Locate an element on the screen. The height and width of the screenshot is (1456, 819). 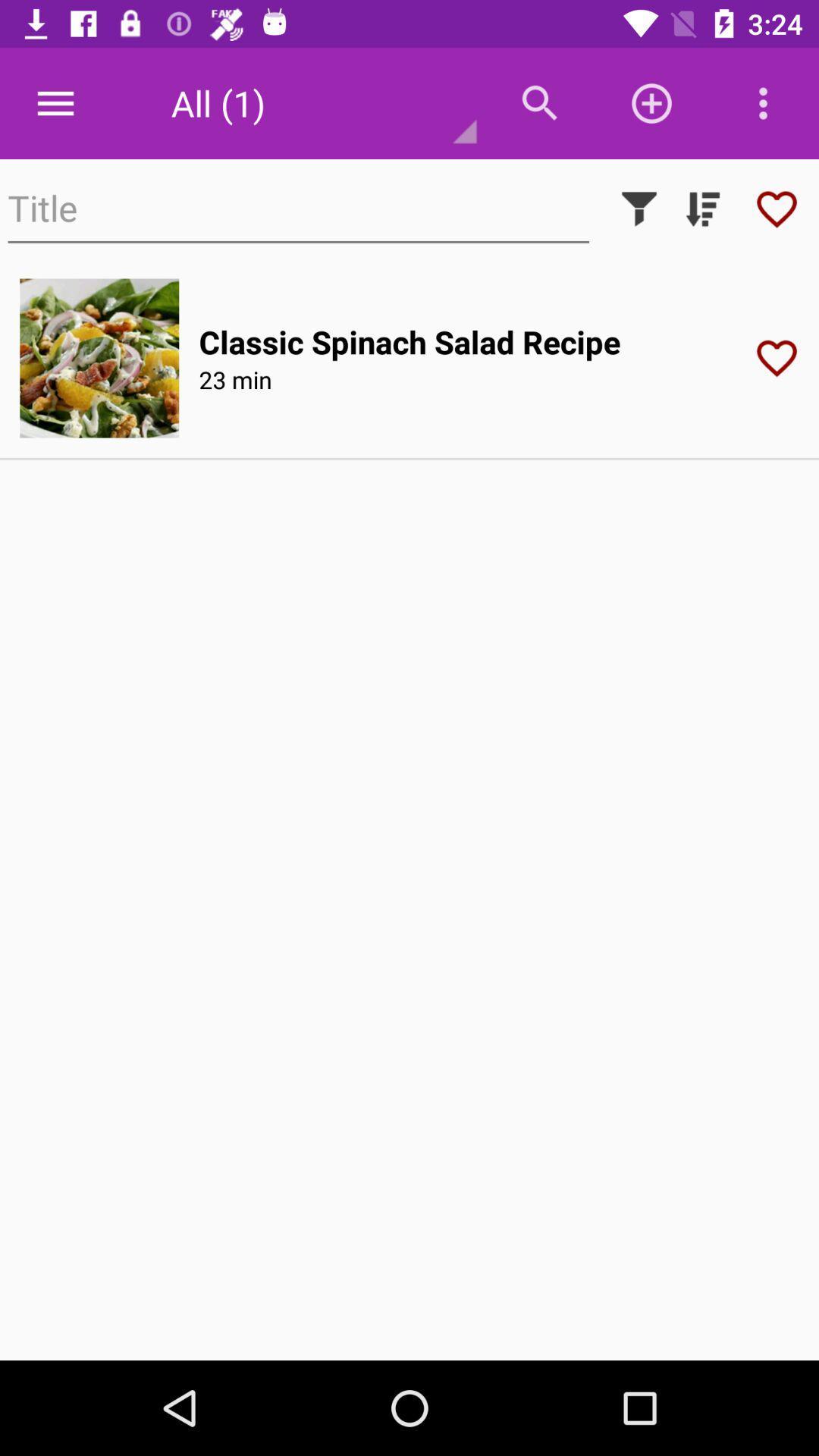
recipe is located at coordinates (777, 208).